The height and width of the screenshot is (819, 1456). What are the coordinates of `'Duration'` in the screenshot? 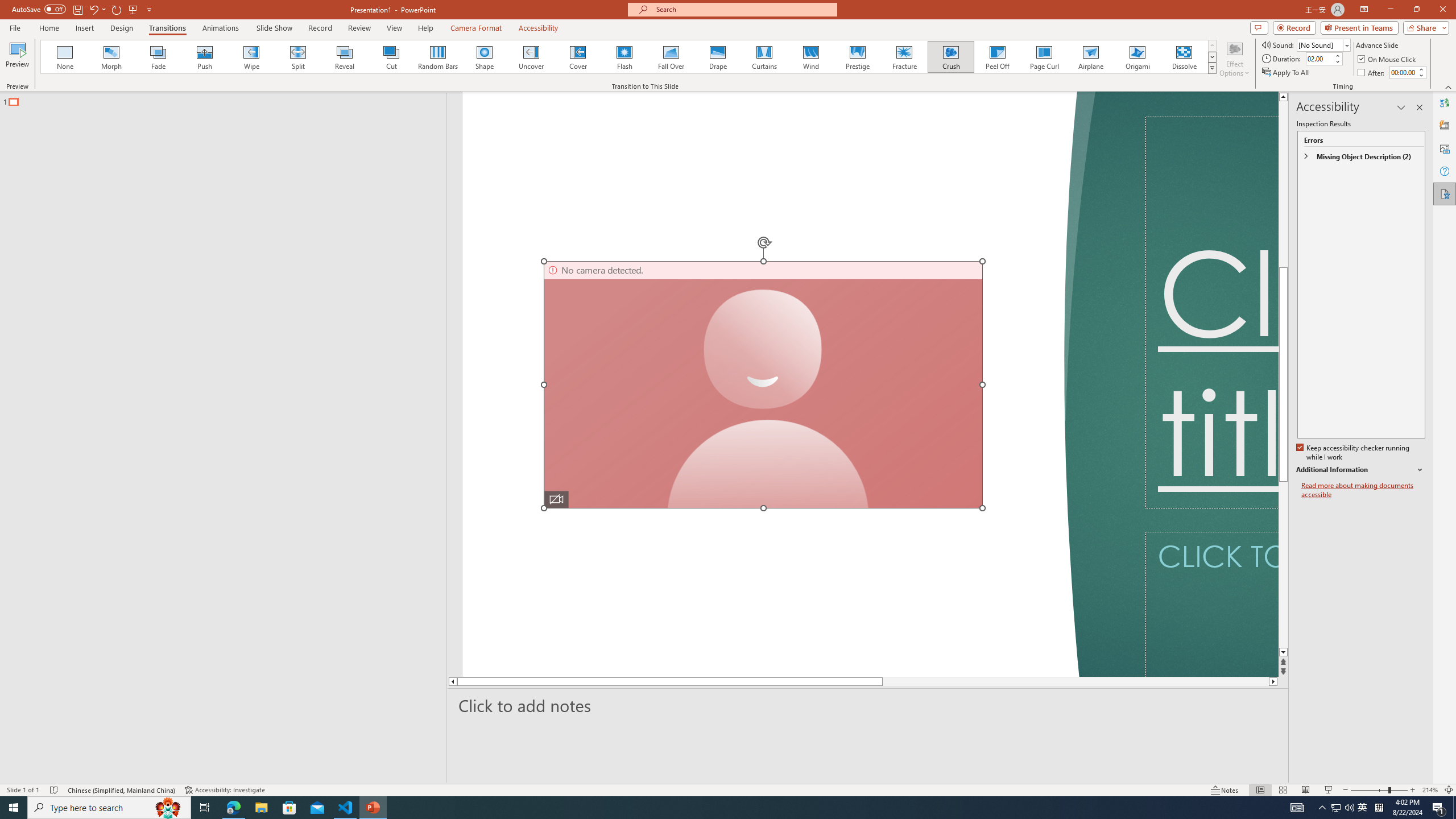 It's located at (1319, 58).